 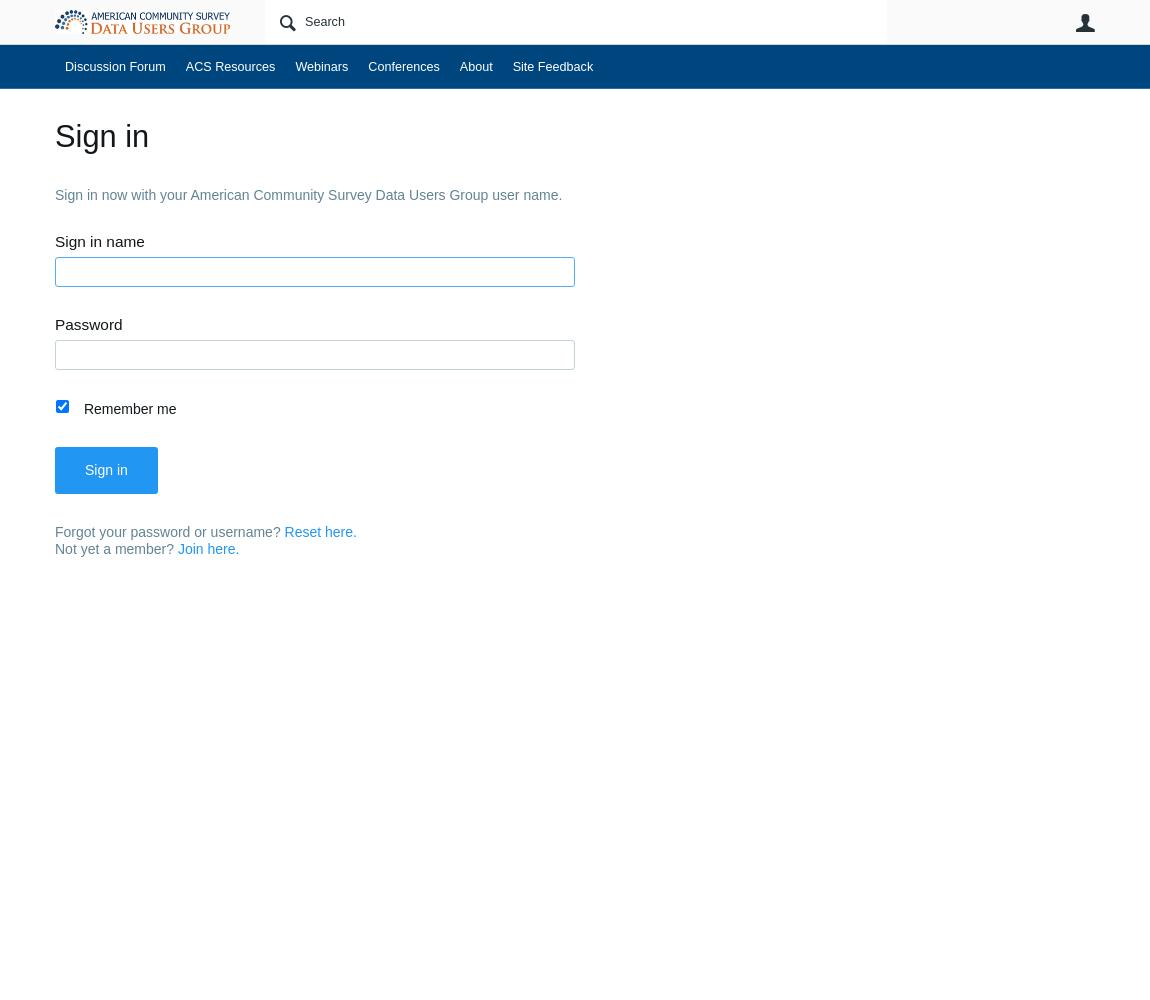 What do you see at coordinates (53, 193) in the screenshot?
I see `'Sign in now with your American Community Survey Data Users Group user name.'` at bounding box center [53, 193].